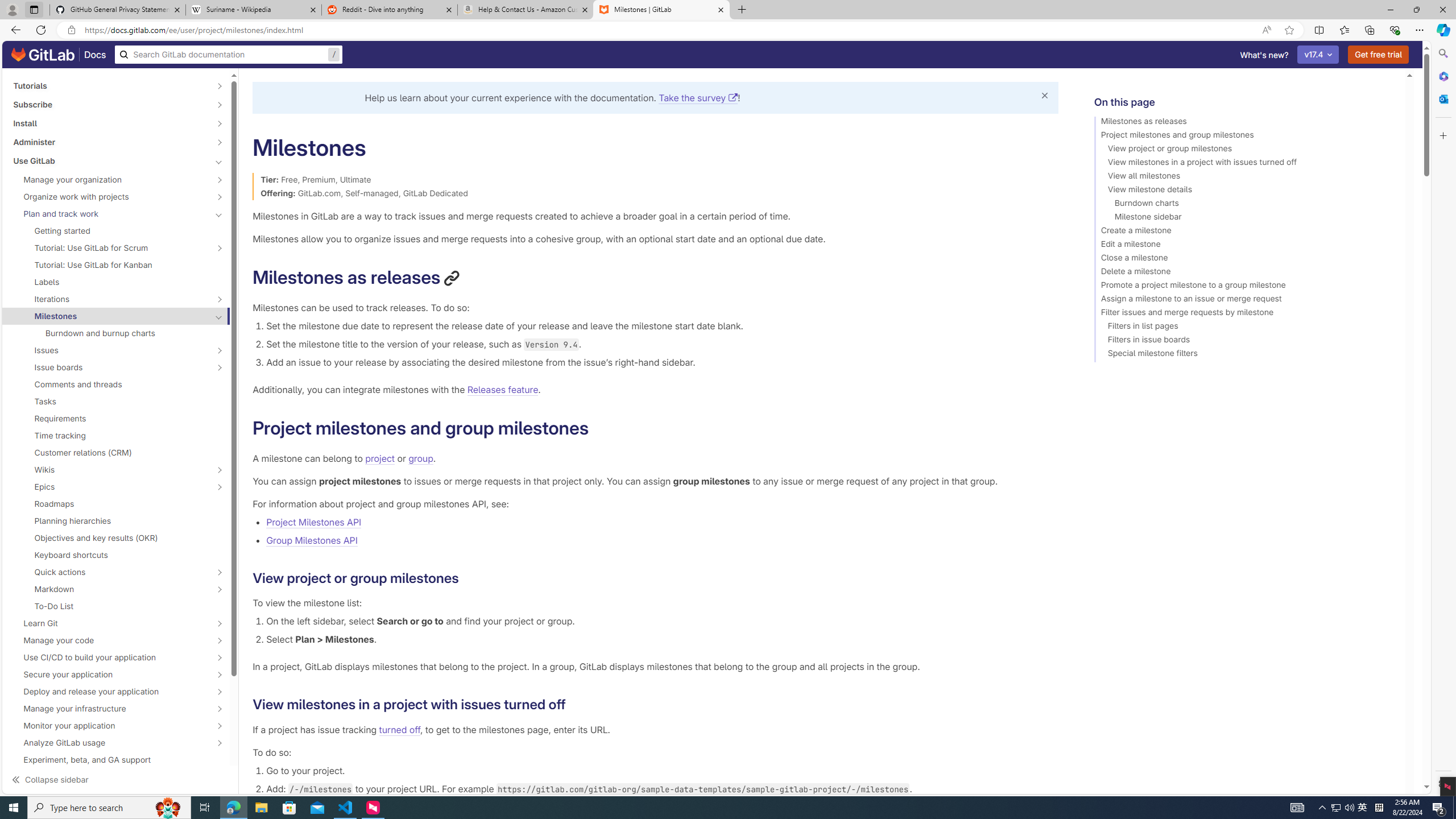 This screenshot has height=819, width=1456. What do you see at coordinates (399, 729) in the screenshot?
I see `'turned off'` at bounding box center [399, 729].